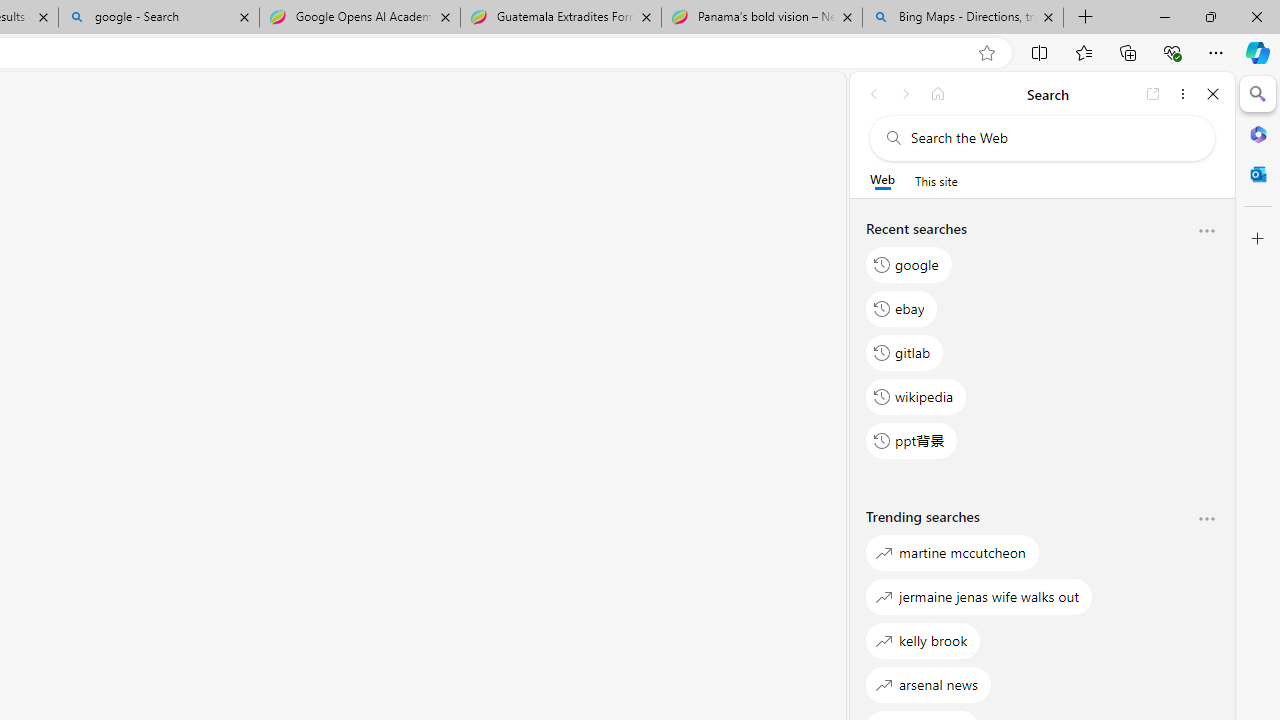  Describe the element at coordinates (881, 180) in the screenshot. I see `'Web scope'` at that location.